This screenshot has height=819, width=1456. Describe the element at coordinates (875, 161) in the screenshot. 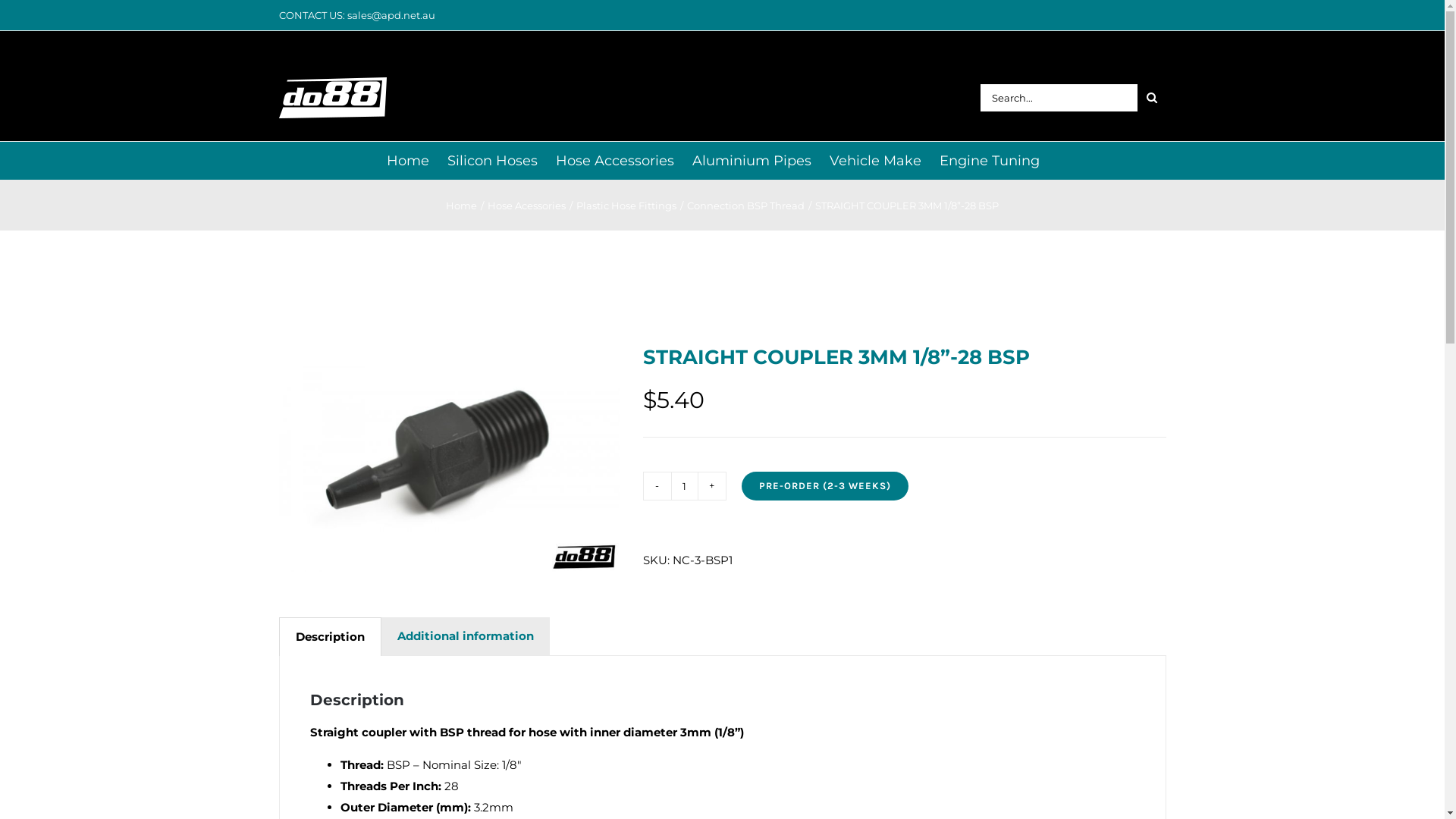

I see `'Vehicle Make'` at that location.